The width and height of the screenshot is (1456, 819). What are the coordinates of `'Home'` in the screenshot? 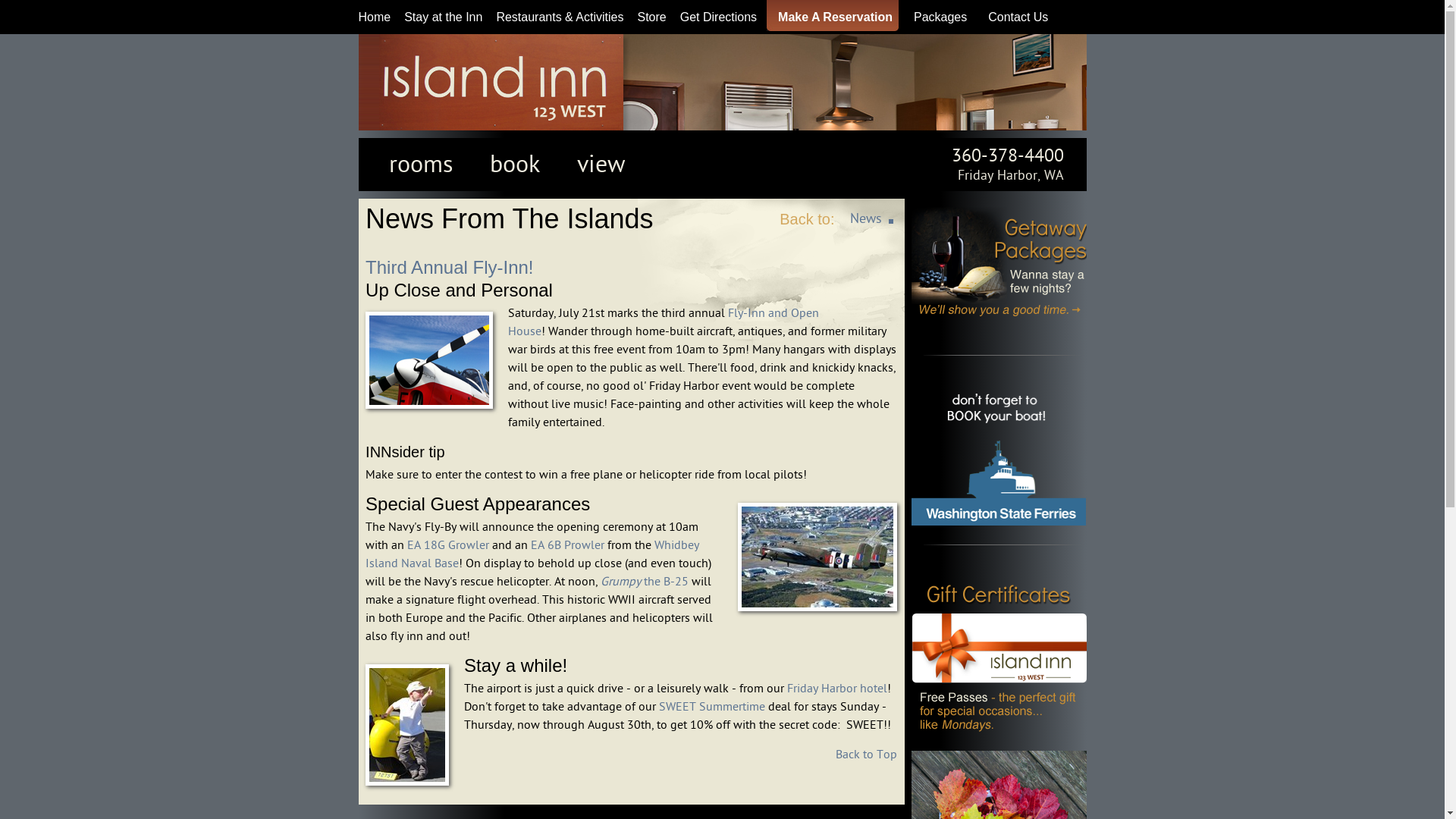 It's located at (374, 17).